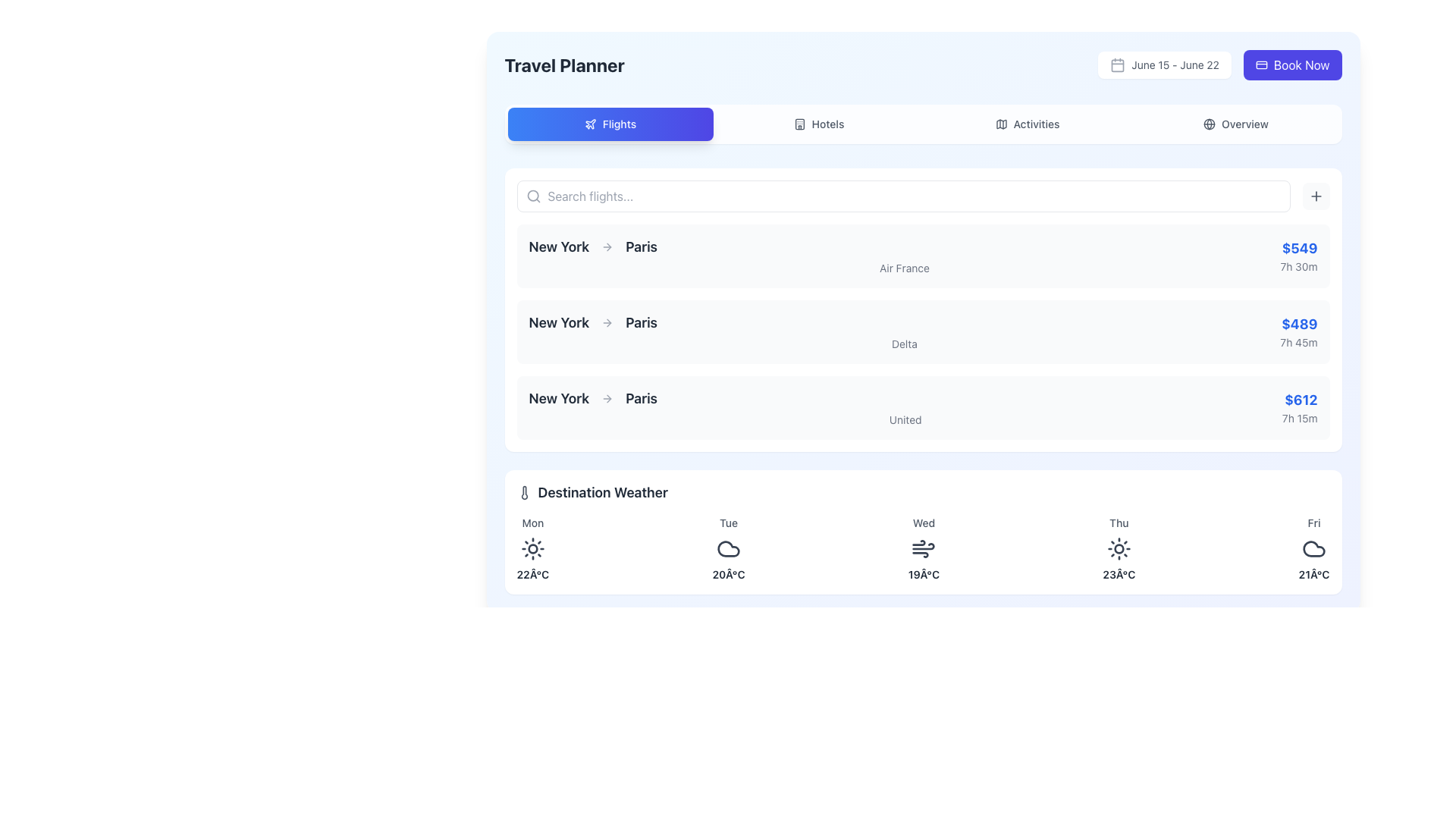 The height and width of the screenshot is (819, 1456). What do you see at coordinates (1298, 331) in the screenshot?
I see `price and duration information displayed as '$489' and '7h 45m' in bold blue and gray text, respectively, located in the bottom-right corner of the second row of flight options` at bounding box center [1298, 331].